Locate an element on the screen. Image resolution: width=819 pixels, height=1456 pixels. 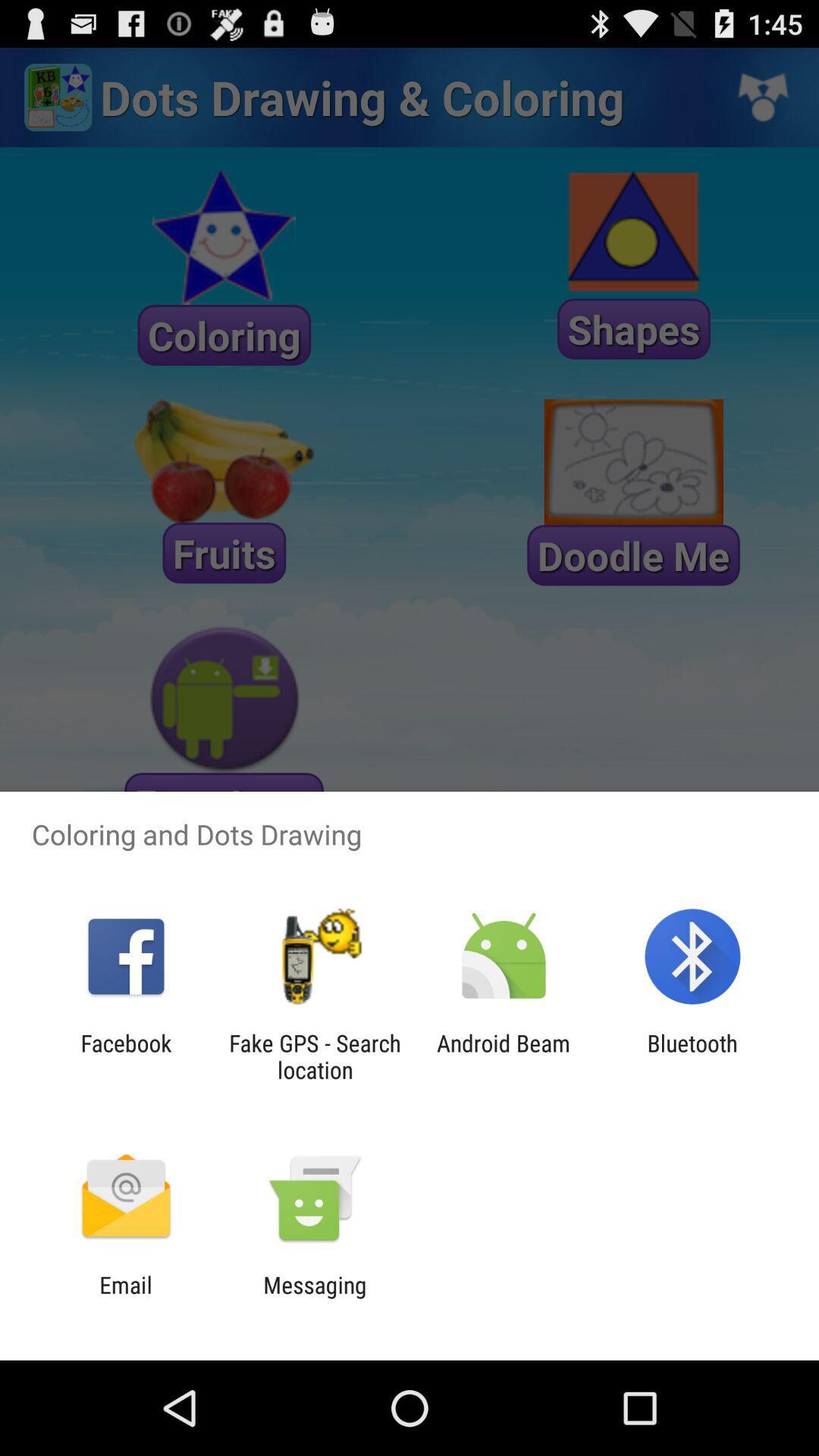
icon next to fake gps search item is located at coordinates (125, 1056).